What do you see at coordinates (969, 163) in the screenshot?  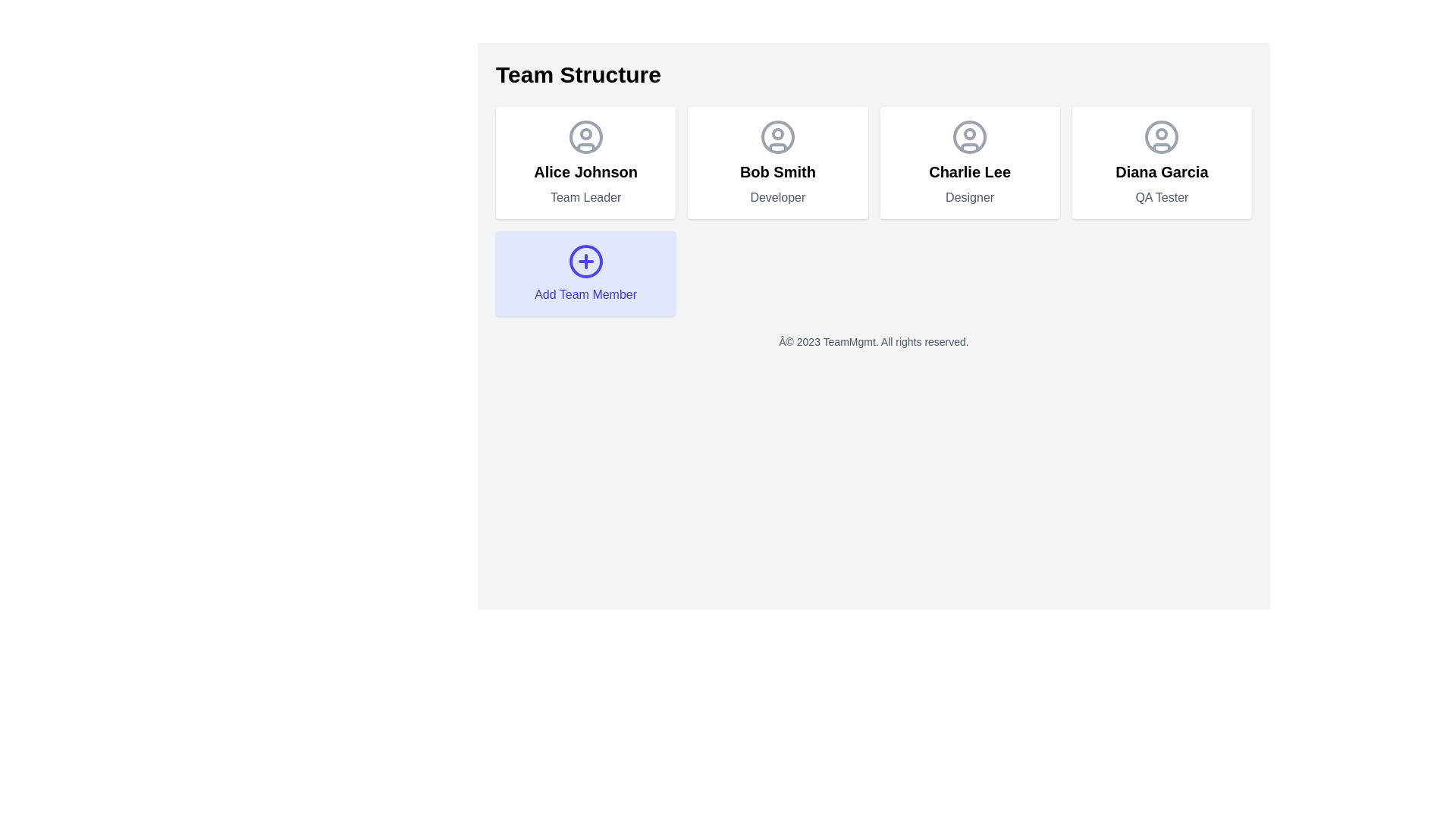 I see `the Profile card displaying information about team member Charlie Lee, who is a Designer, located in the middle-right of the grid layout` at bounding box center [969, 163].